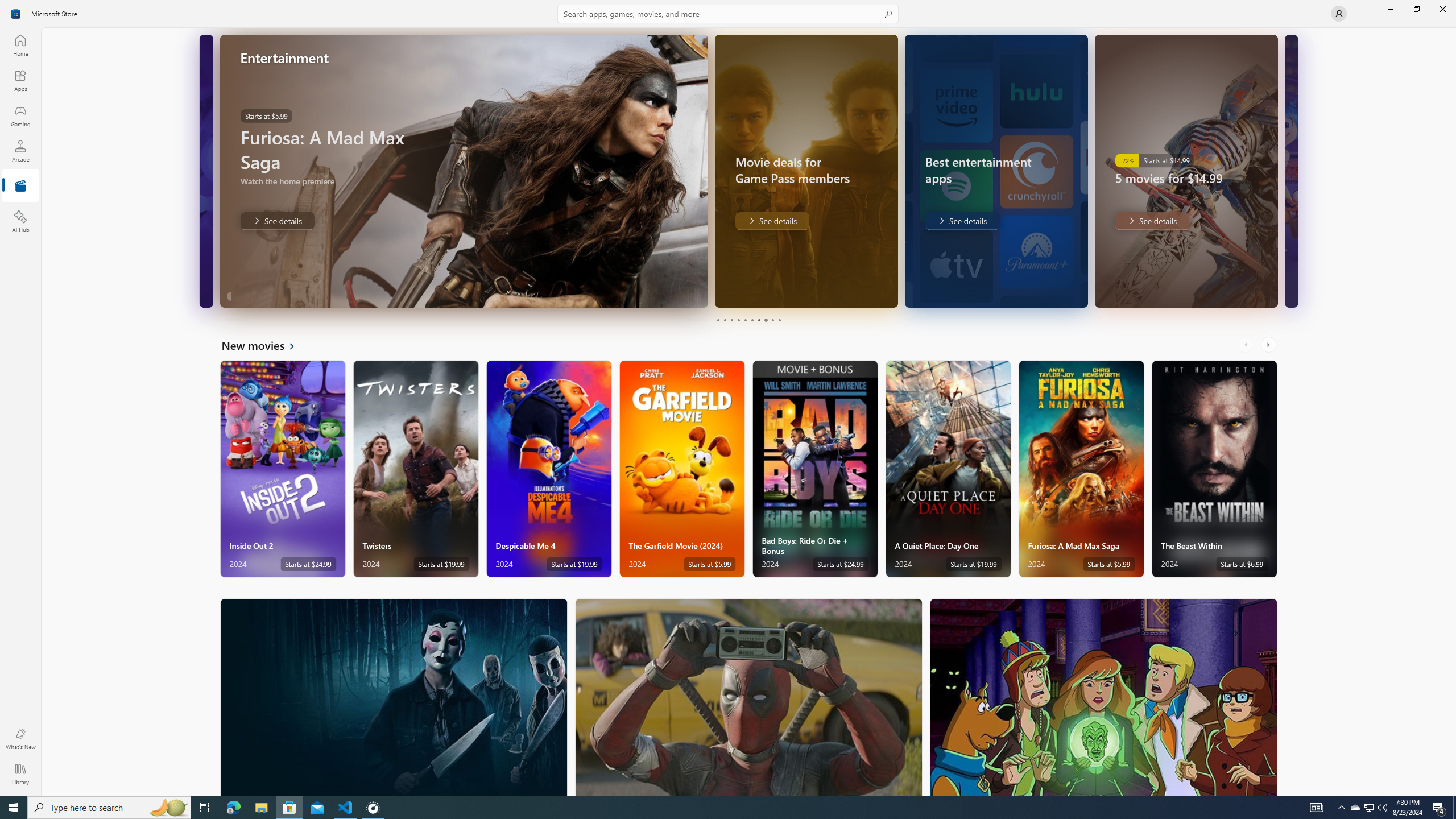 This screenshot has height=819, width=1456. I want to click on 'Page 3', so click(731, 320).